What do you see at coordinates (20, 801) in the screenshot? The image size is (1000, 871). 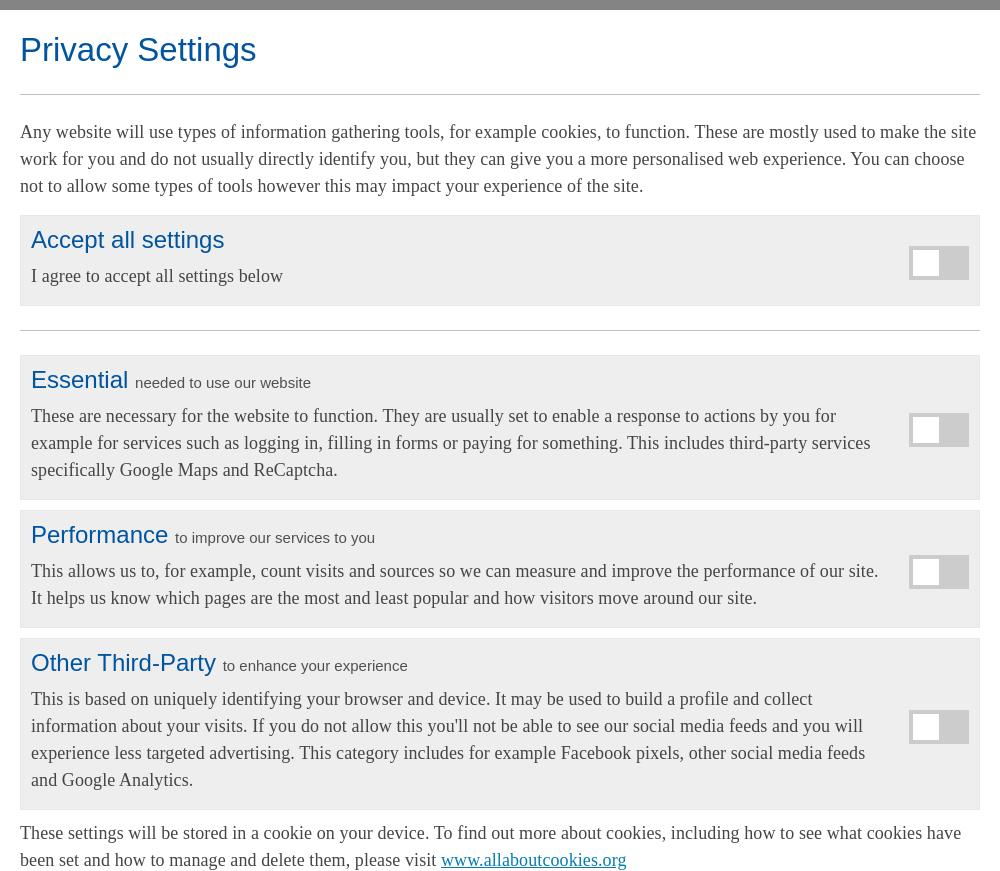 I see `'Alarmed Housing'` at bounding box center [20, 801].